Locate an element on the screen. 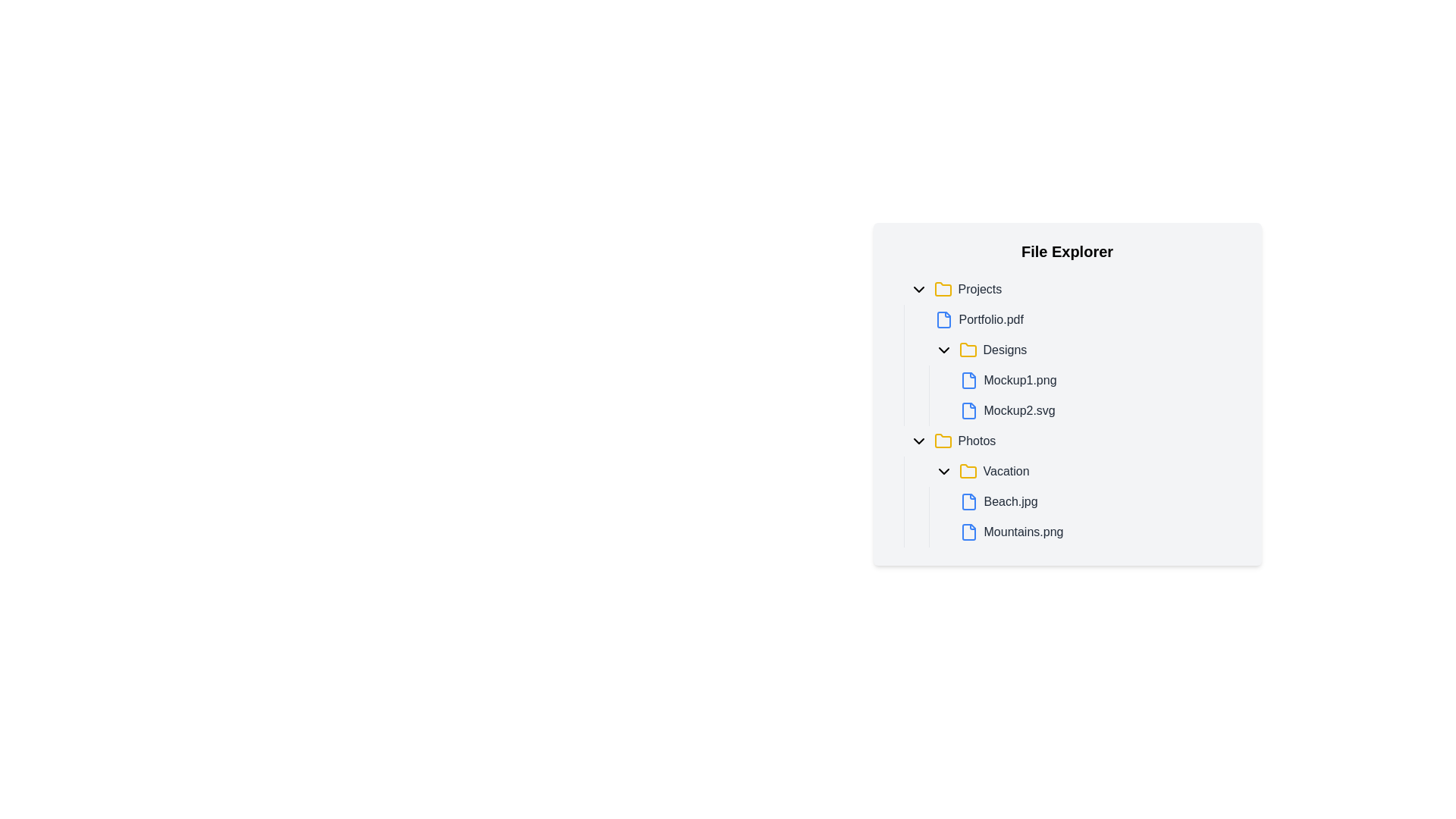 This screenshot has height=819, width=1456. the 'Vacation' text label displayed in gray font, which is located to the right of the yellow folder icon in the 'File Explorer' interface is located at coordinates (1006, 470).